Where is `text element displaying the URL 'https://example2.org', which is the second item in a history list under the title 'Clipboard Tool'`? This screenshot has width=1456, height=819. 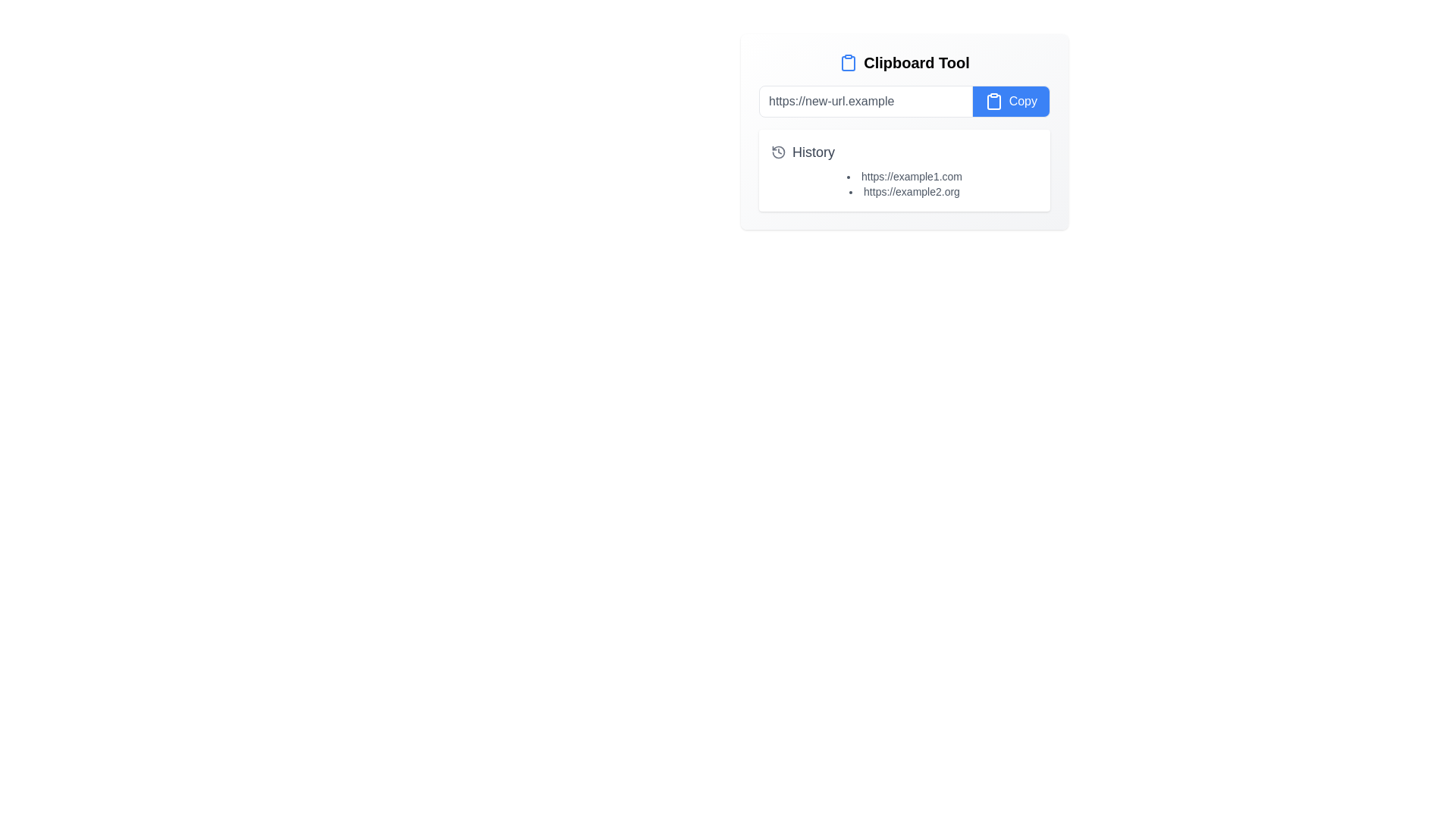
text element displaying the URL 'https://example2.org', which is the second item in a history list under the title 'Clipboard Tool' is located at coordinates (905, 191).